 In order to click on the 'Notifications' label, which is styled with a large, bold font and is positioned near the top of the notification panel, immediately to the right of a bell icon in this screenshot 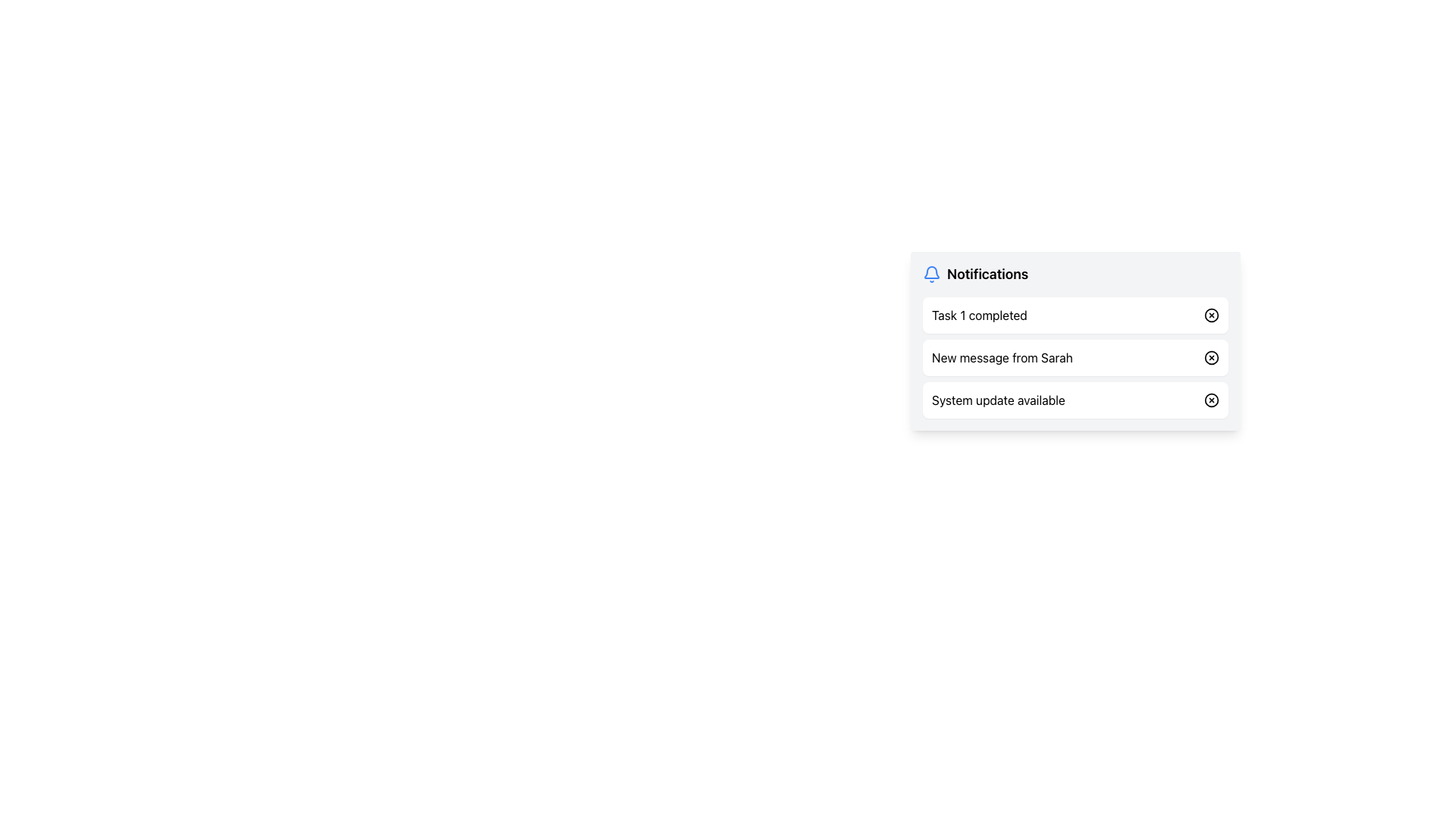, I will do `click(987, 275)`.